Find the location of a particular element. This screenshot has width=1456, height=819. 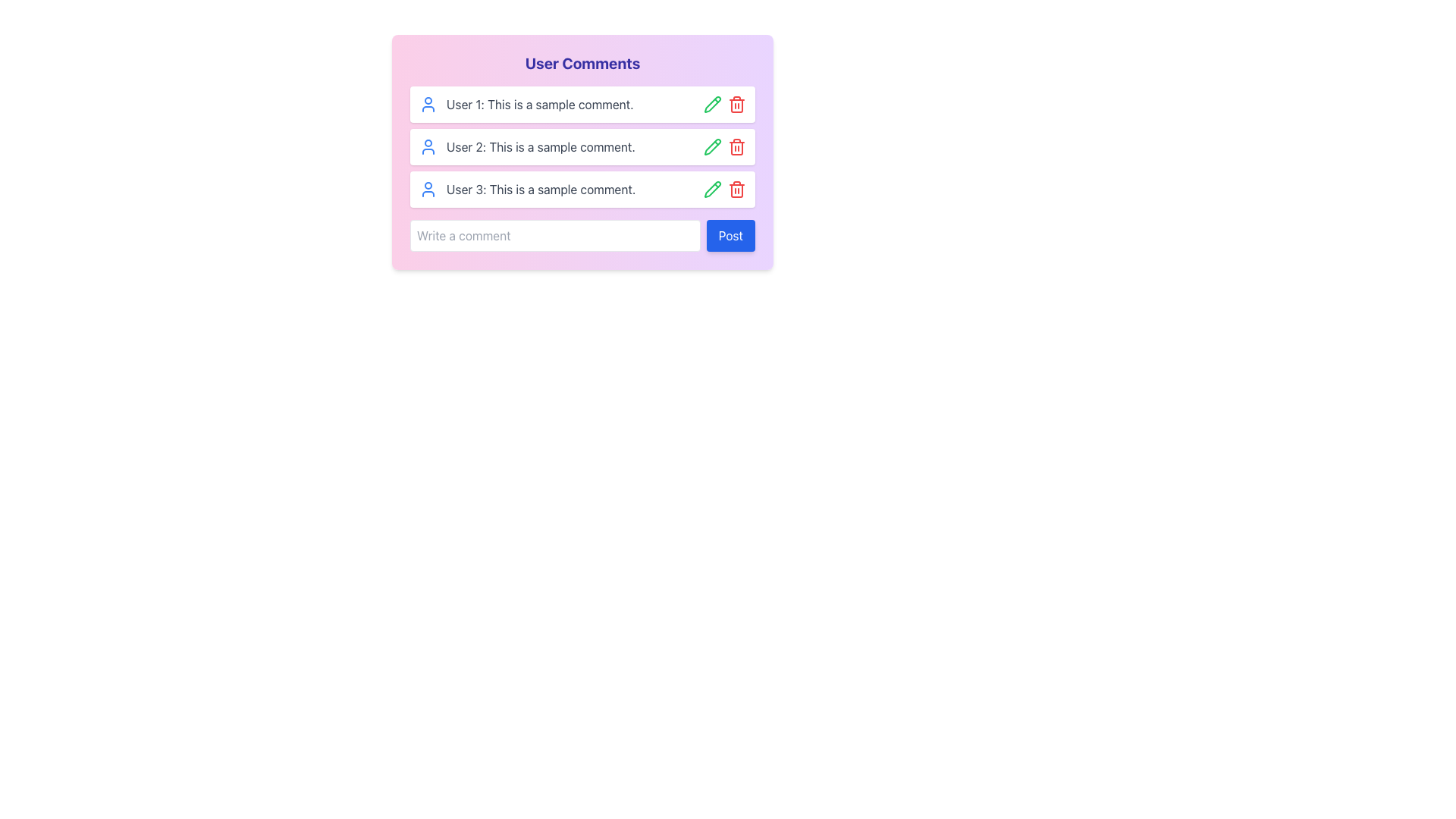

the outlined blue user icon located at the leftmost part of the user comment box for 'User 1: This is a sample comment.' is located at coordinates (428, 104).